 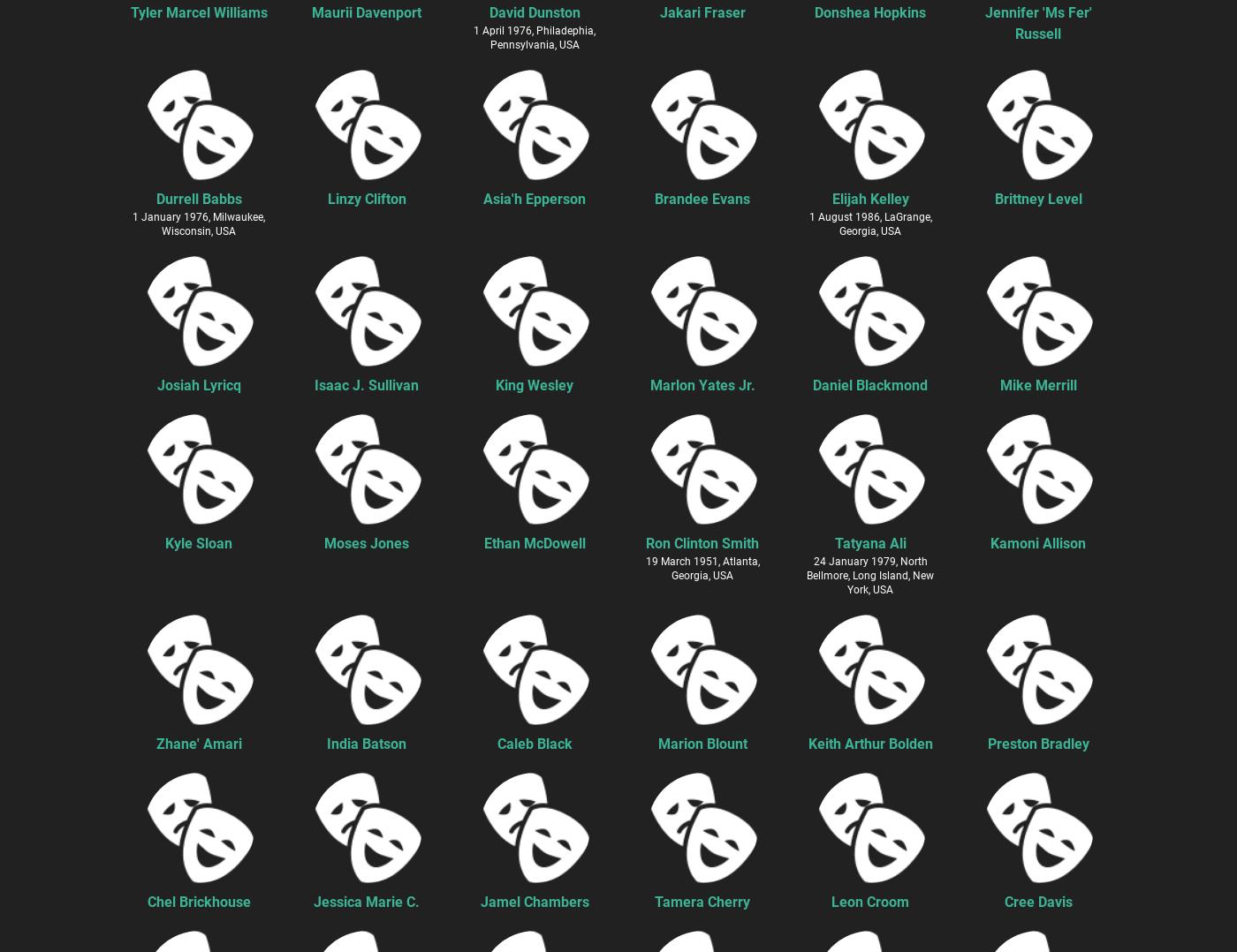 What do you see at coordinates (869, 743) in the screenshot?
I see `'Keith Arthur Bolden'` at bounding box center [869, 743].